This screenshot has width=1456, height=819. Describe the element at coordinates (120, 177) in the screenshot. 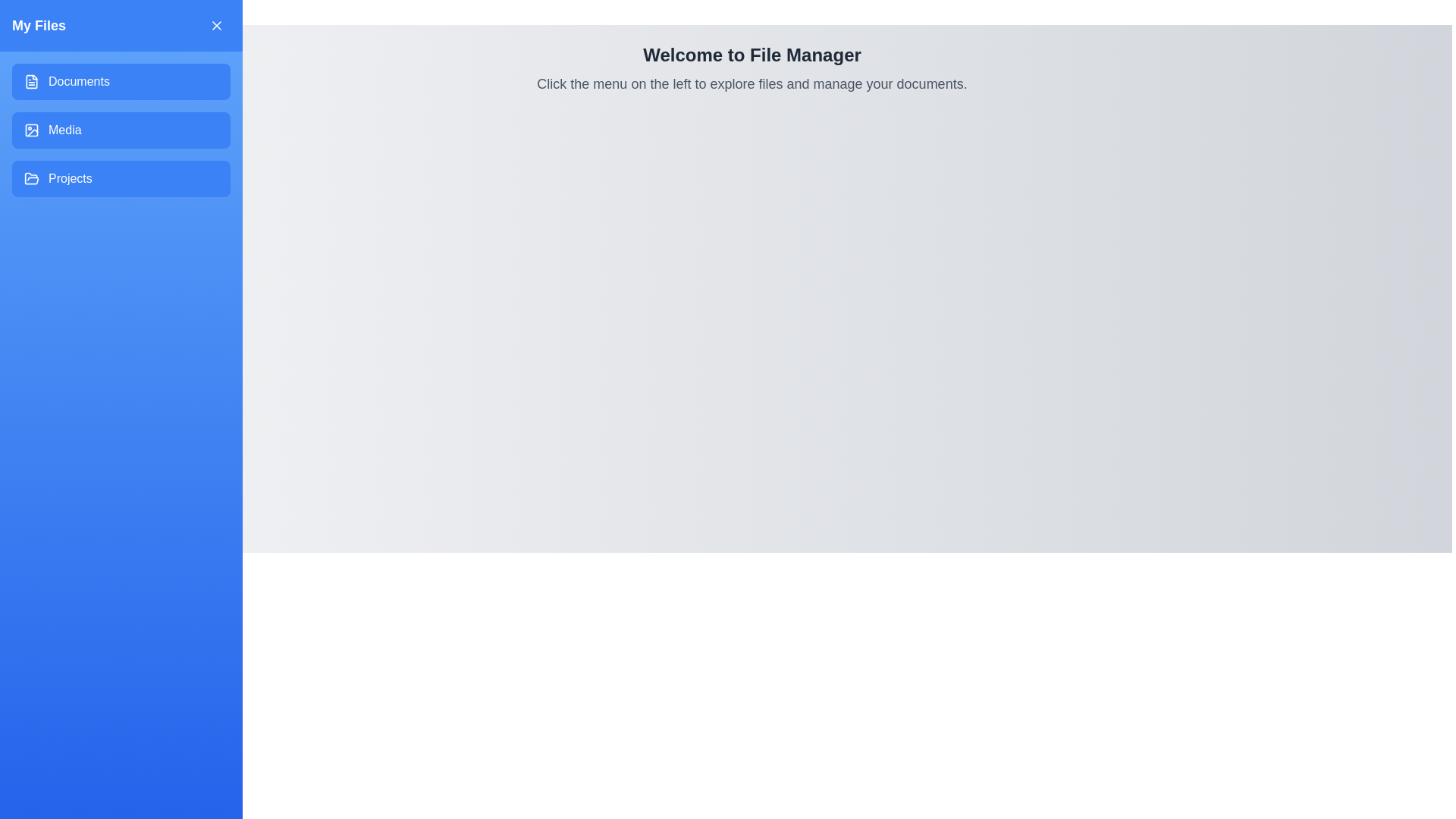

I see `the Projects category item in the FileManagerDrawer` at that location.